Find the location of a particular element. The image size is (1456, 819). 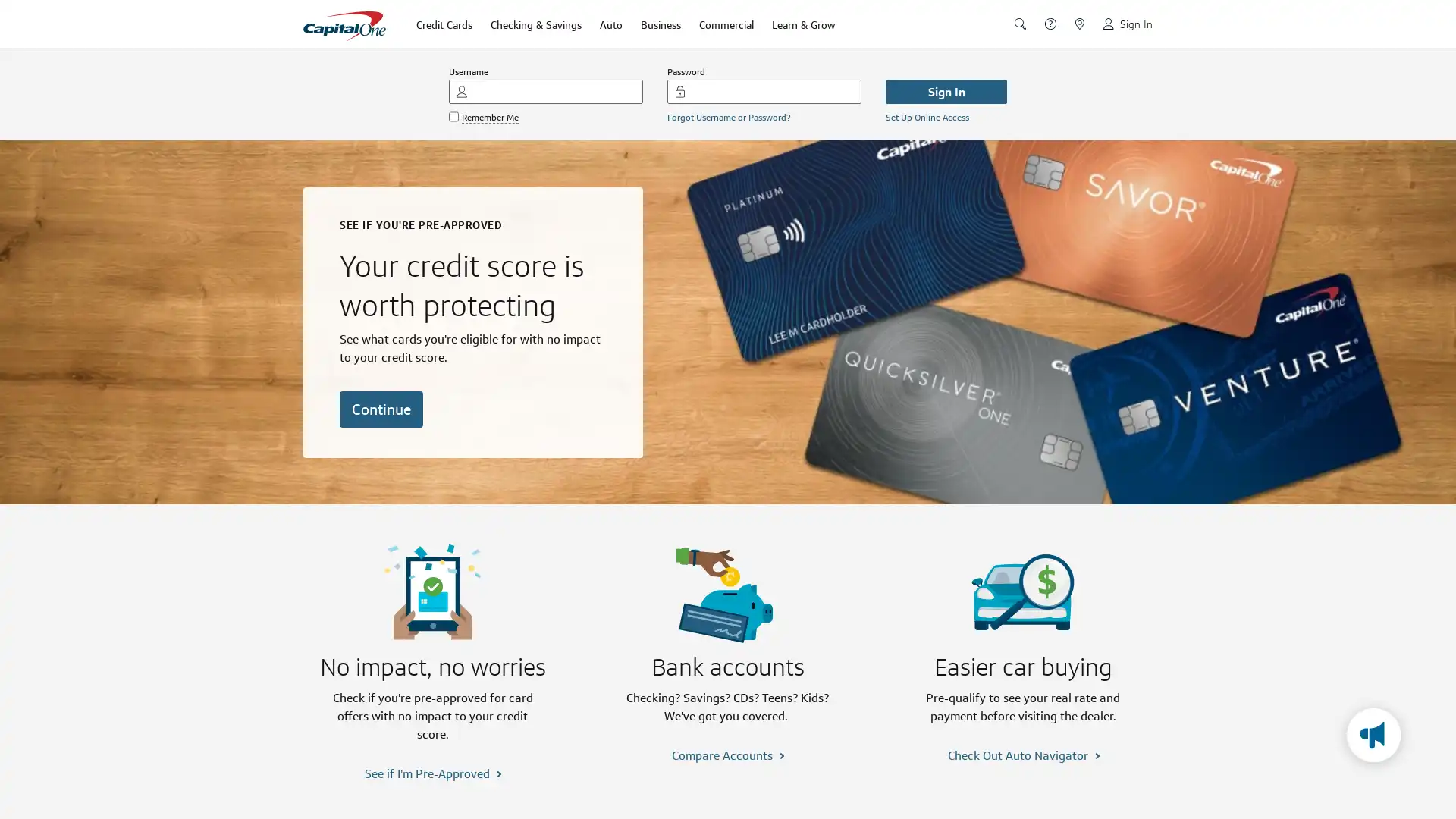

Sign In is located at coordinates (946, 91).